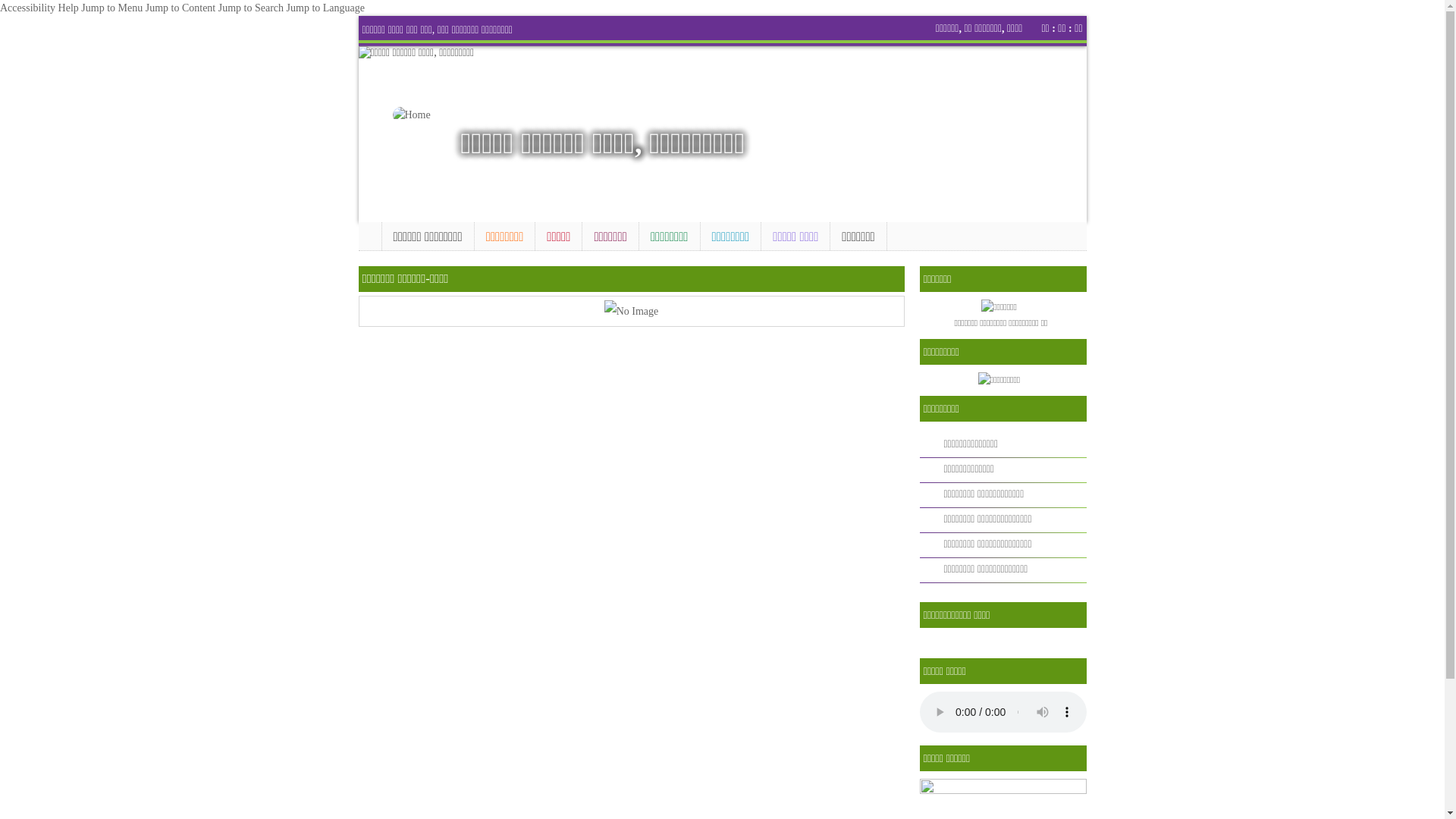  I want to click on 'Jump to Content', so click(180, 8).